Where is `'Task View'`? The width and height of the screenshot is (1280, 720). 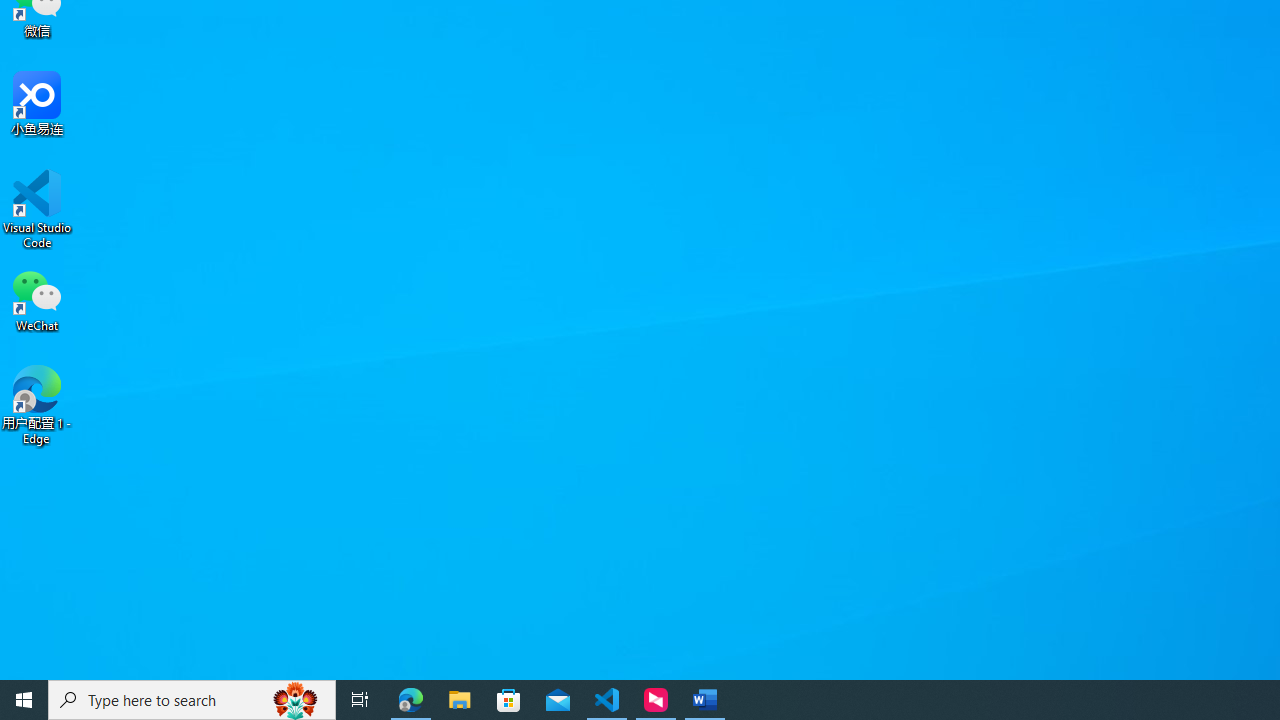 'Task View' is located at coordinates (359, 698).